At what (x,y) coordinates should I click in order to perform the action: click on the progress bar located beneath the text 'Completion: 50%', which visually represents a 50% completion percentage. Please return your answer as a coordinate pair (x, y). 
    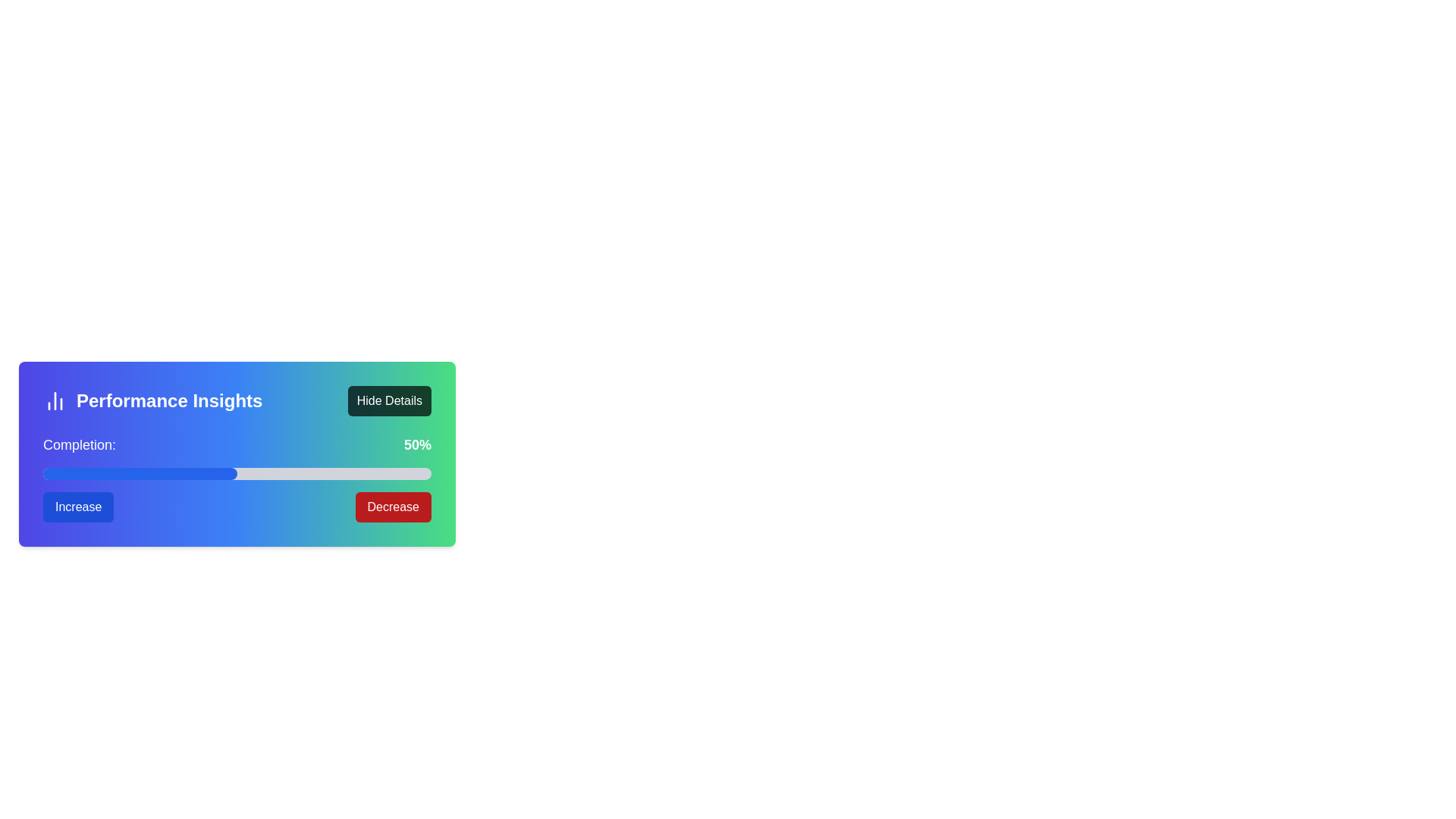
    Looking at the image, I should click on (236, 472).